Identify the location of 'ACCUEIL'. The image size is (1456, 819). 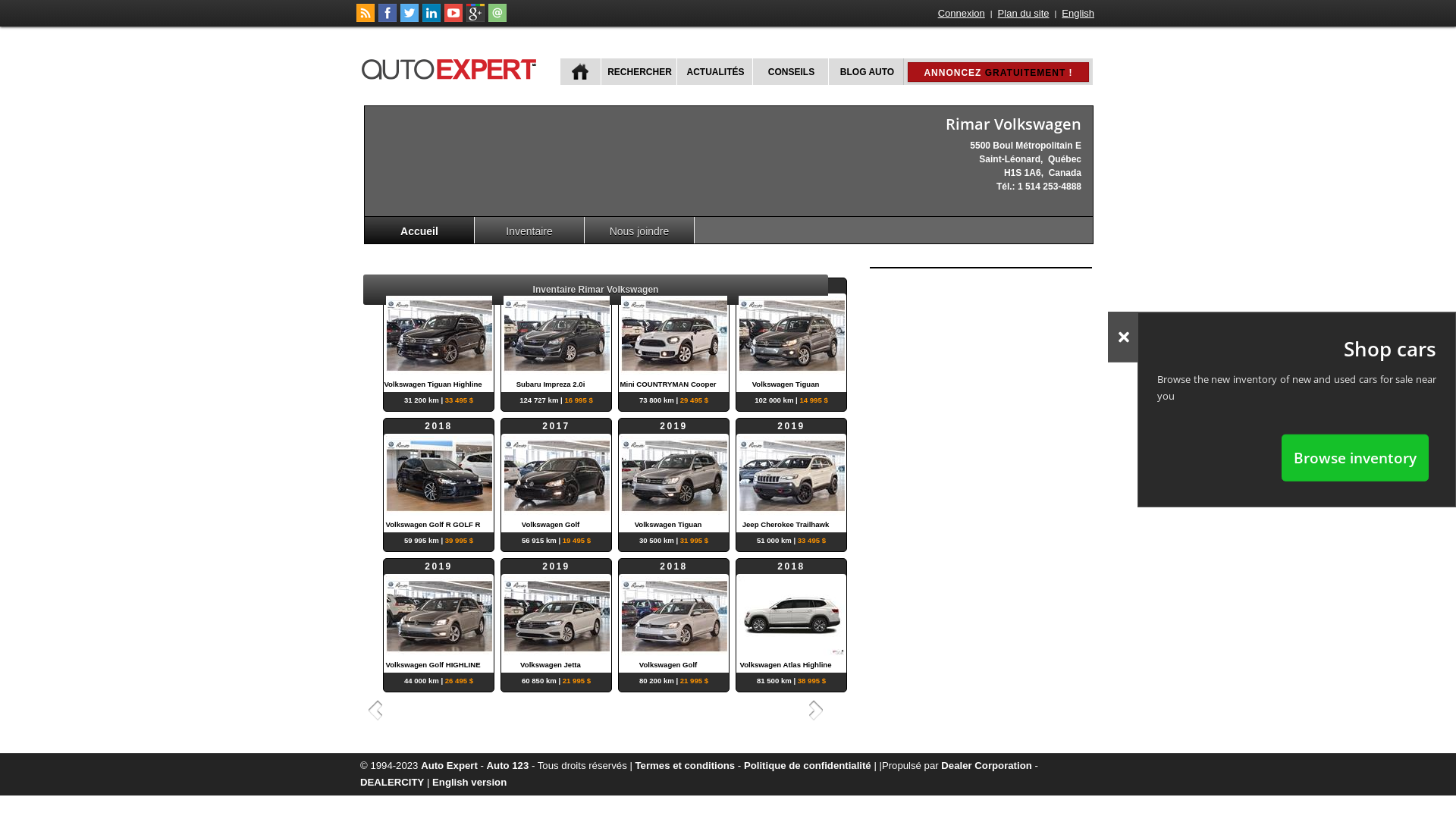
(579, 71).